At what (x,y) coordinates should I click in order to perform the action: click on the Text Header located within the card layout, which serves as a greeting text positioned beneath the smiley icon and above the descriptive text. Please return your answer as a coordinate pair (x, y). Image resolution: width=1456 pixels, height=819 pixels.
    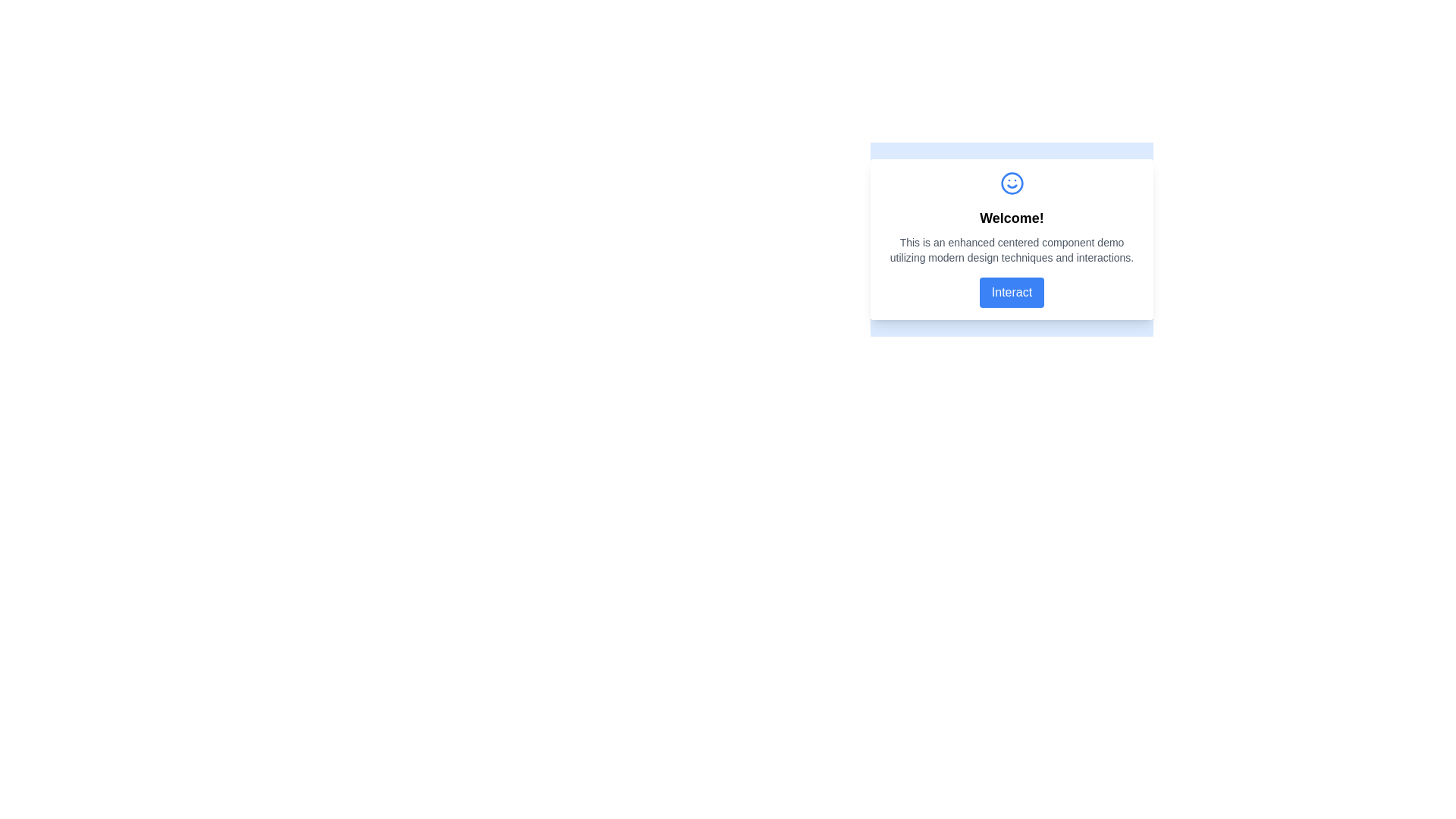
    Looking at the image, I should click on (1012, 218).